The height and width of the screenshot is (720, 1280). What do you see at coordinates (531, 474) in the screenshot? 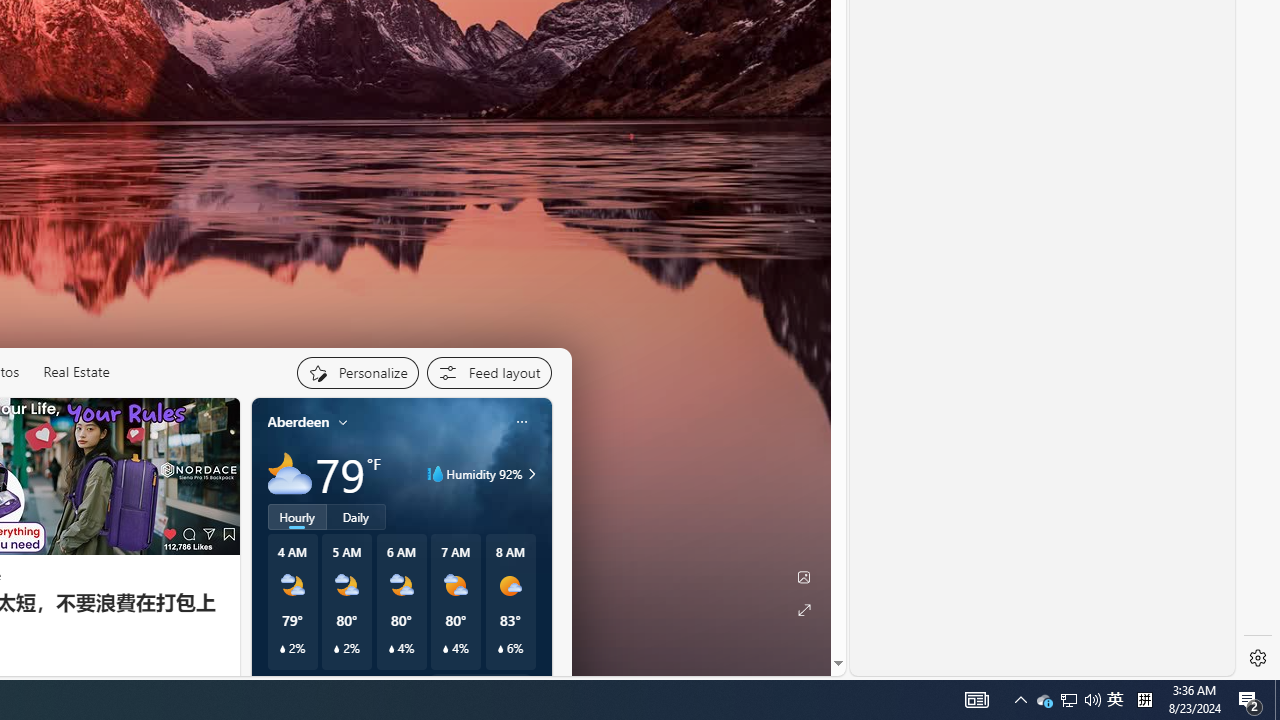
I see `'Class: weather-arrow-glyph'` at bounding box center [531, 474].